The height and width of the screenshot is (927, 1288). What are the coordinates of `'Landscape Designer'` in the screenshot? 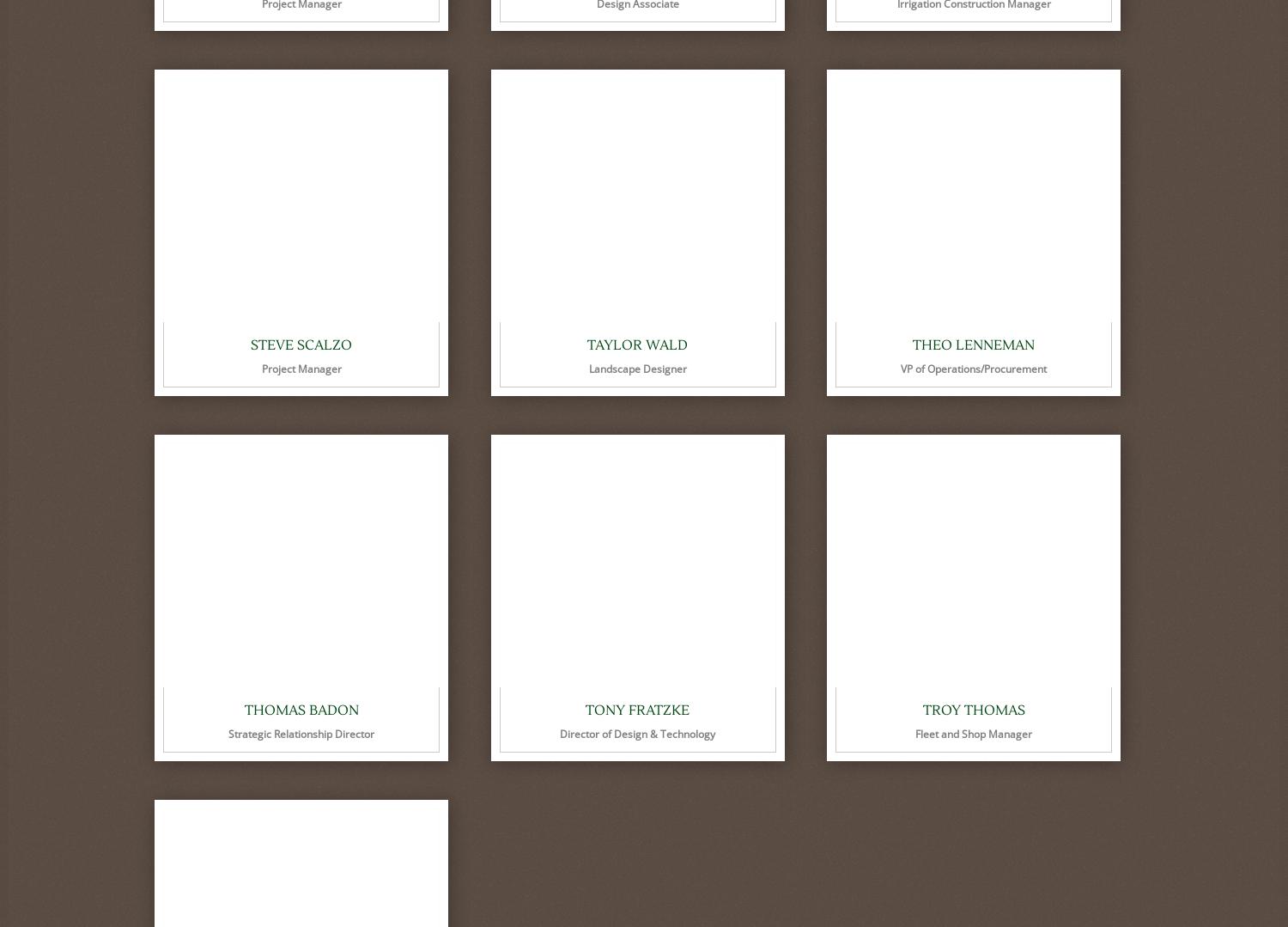 It's located at (588, 369).